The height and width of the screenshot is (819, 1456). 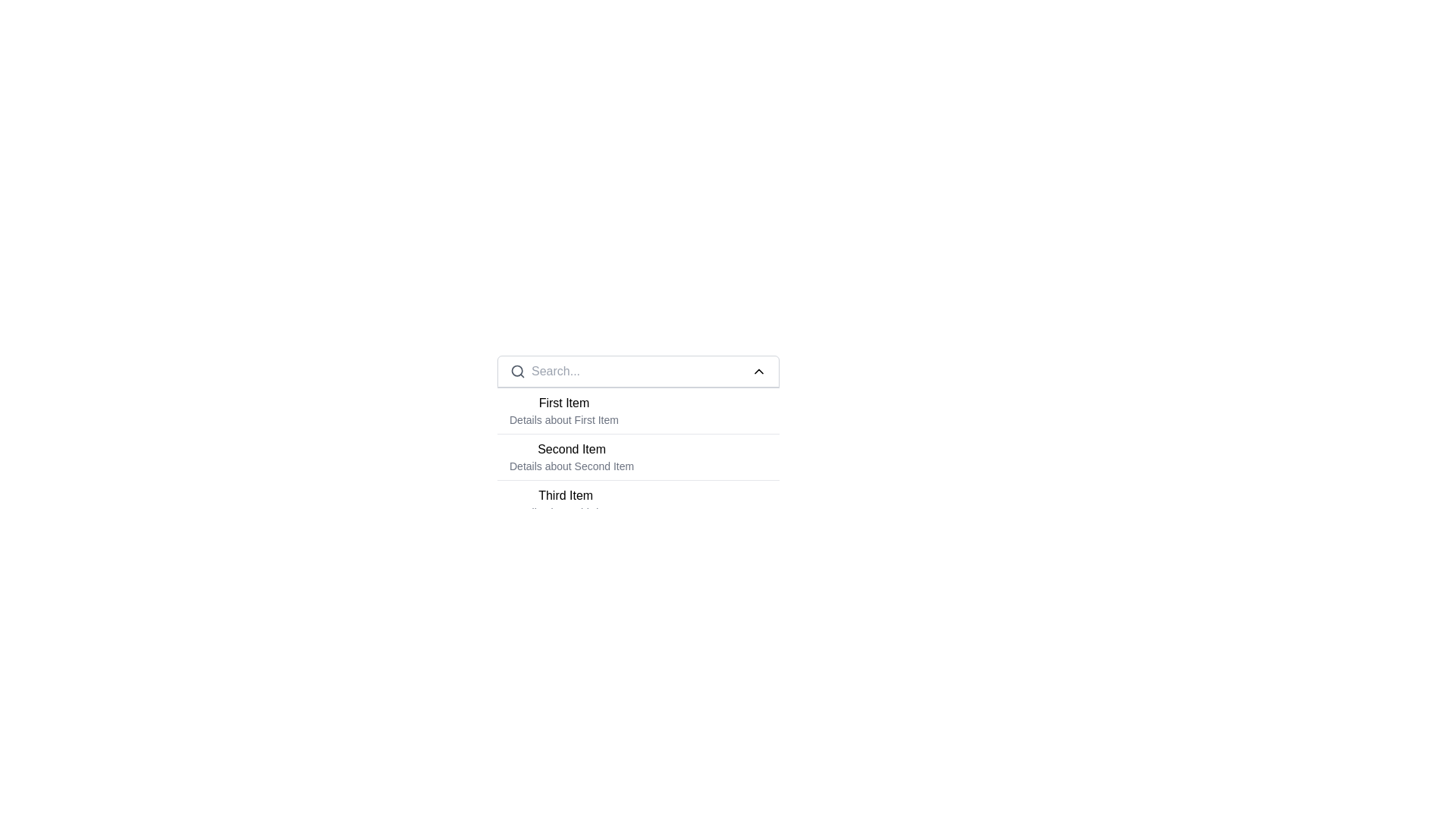 I want to click on the 'Third Item' text header, which is styled in bold and positioned above the description text, so click(x=565, y=496).